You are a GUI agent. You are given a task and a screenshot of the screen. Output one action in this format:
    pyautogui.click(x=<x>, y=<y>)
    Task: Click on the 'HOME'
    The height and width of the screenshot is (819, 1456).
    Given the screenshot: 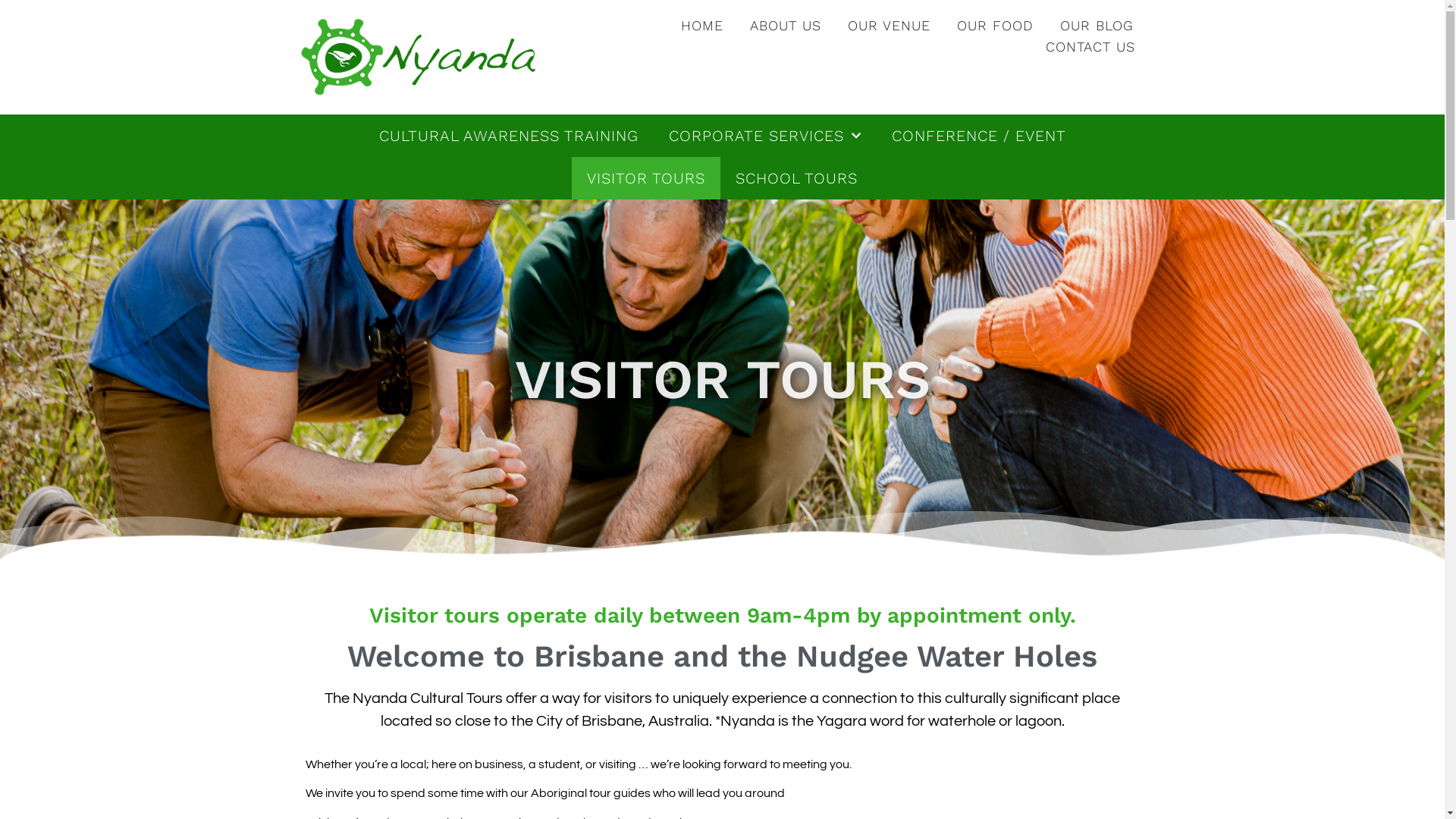 What is the action you would take?
    pyautogui.click(x=669, y=26)
    